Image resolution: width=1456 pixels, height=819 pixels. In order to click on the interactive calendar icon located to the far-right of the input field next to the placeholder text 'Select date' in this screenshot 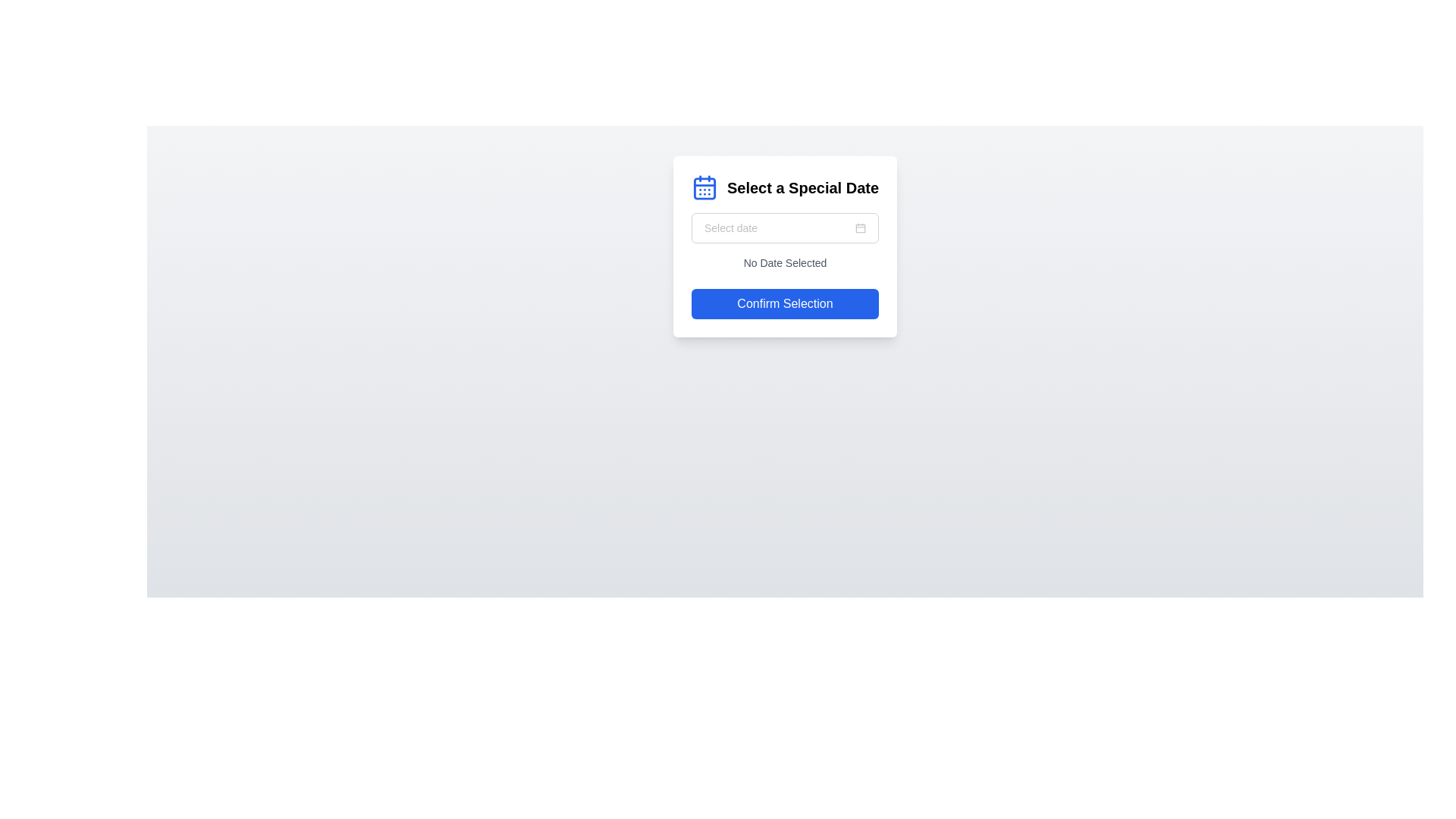, I will do `click(861, 227)`.